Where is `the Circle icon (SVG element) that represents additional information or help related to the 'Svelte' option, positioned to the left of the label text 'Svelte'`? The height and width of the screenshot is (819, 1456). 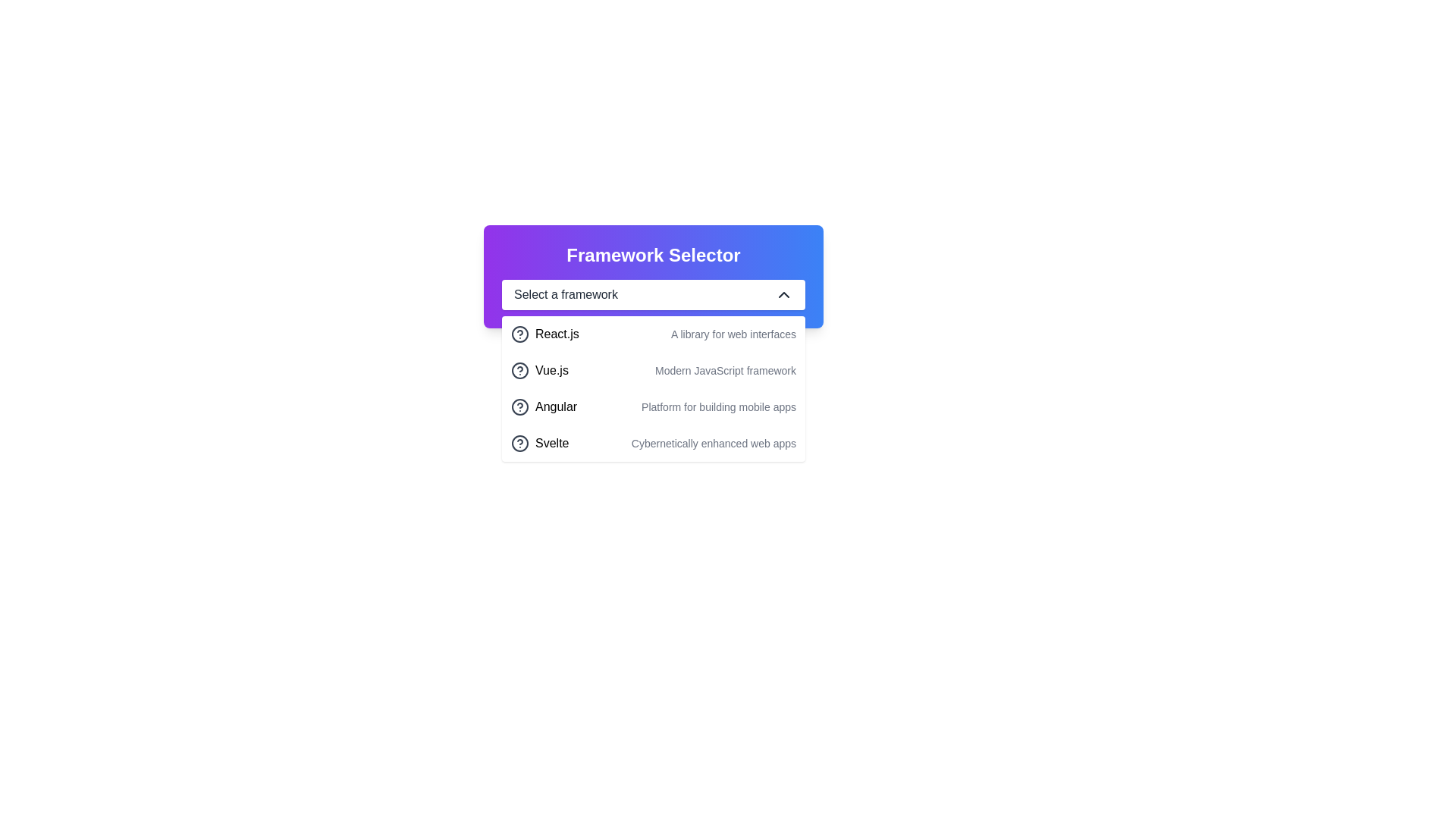
the Circle icon (SVG element) that represents additional information or help related to the 'Svelte' option, positioned to the left of the label text 'Svelte' is located at coordinates (520, 444).